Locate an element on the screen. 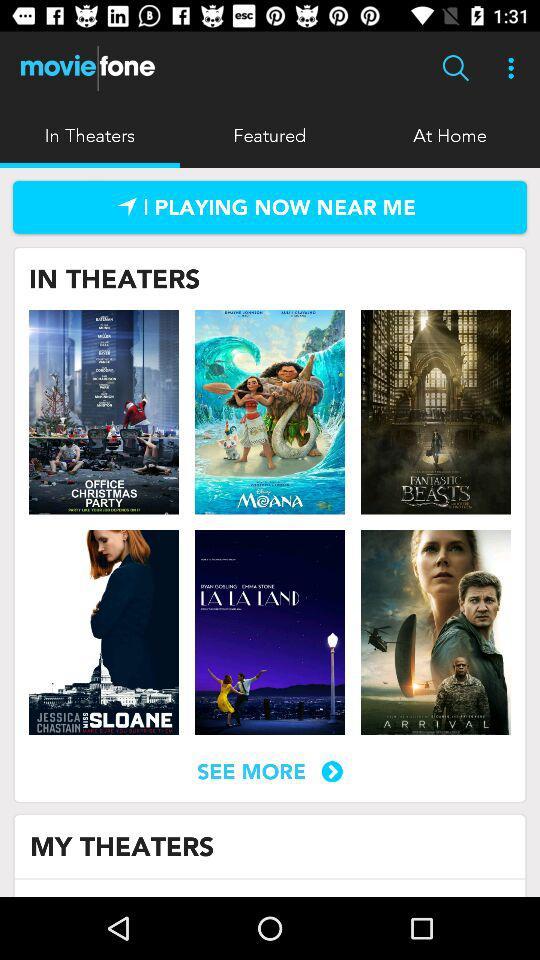 The image size is (540, 960). discover more music is located at coordinates (270, 207).